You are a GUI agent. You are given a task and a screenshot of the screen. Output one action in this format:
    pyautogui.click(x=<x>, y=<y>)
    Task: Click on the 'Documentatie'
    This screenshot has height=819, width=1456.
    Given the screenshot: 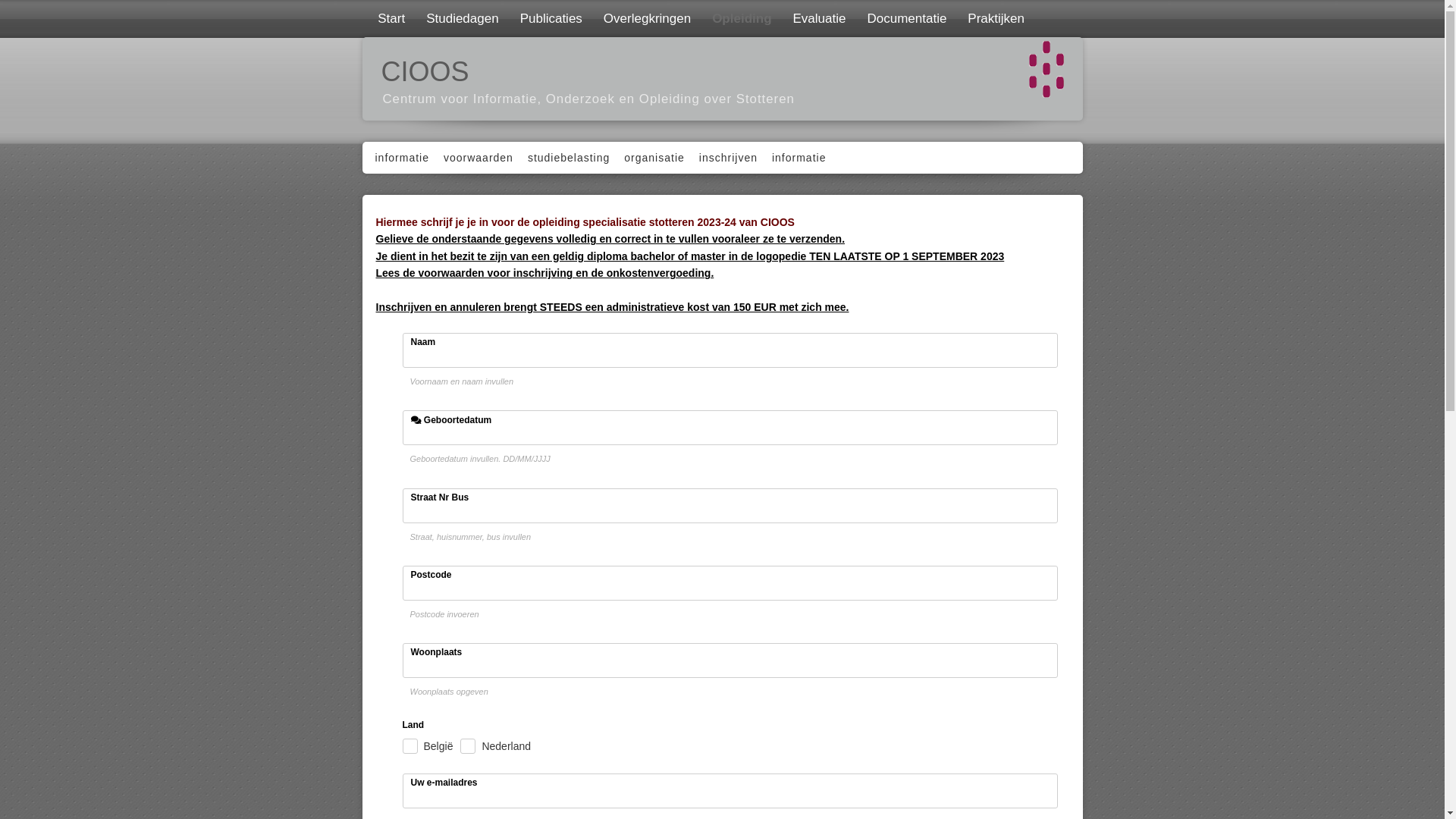 What is the action you would take?
    pyautogui.click(x=905, y=18)
    